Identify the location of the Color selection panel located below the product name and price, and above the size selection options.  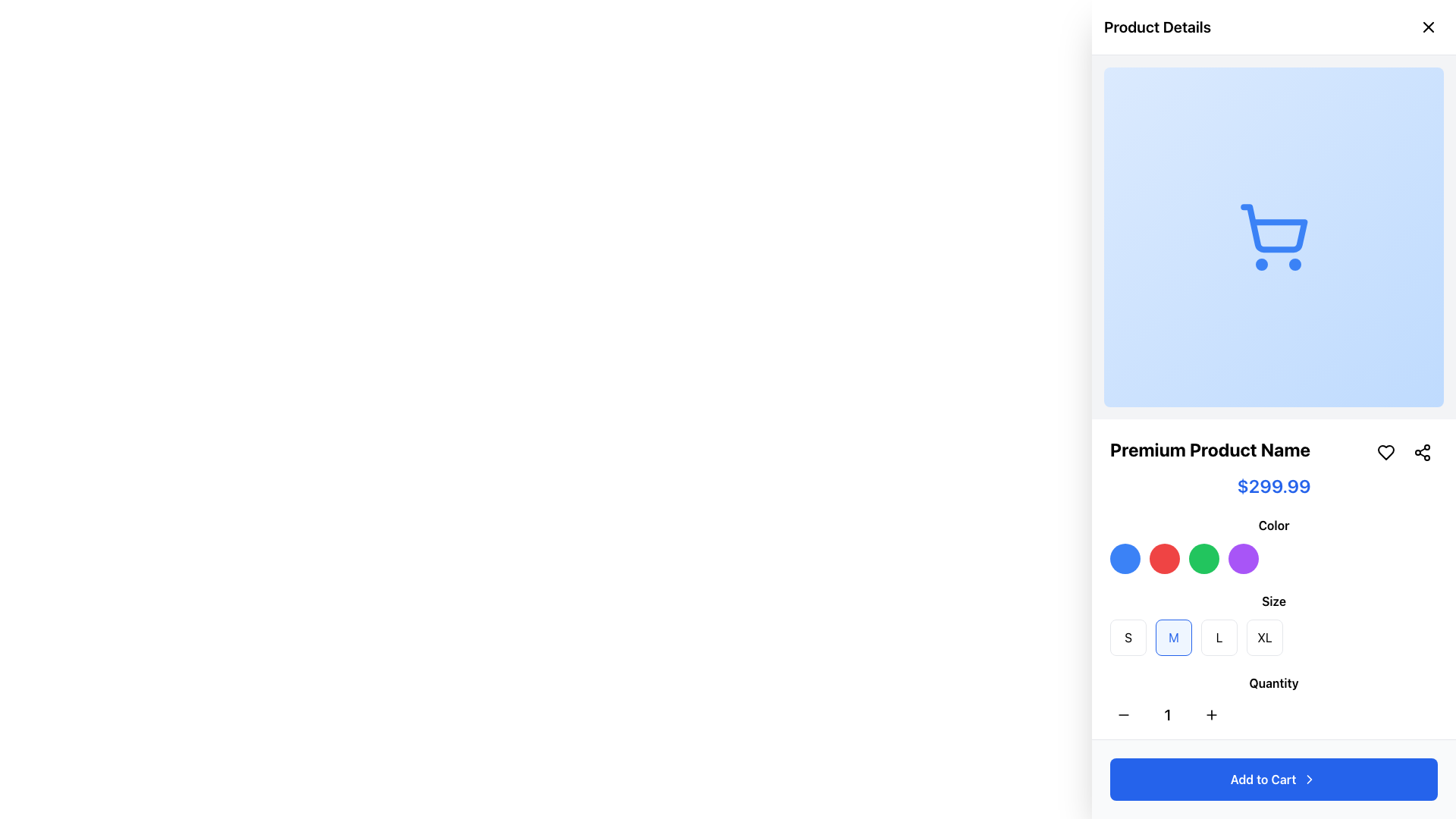
(1274, 544).